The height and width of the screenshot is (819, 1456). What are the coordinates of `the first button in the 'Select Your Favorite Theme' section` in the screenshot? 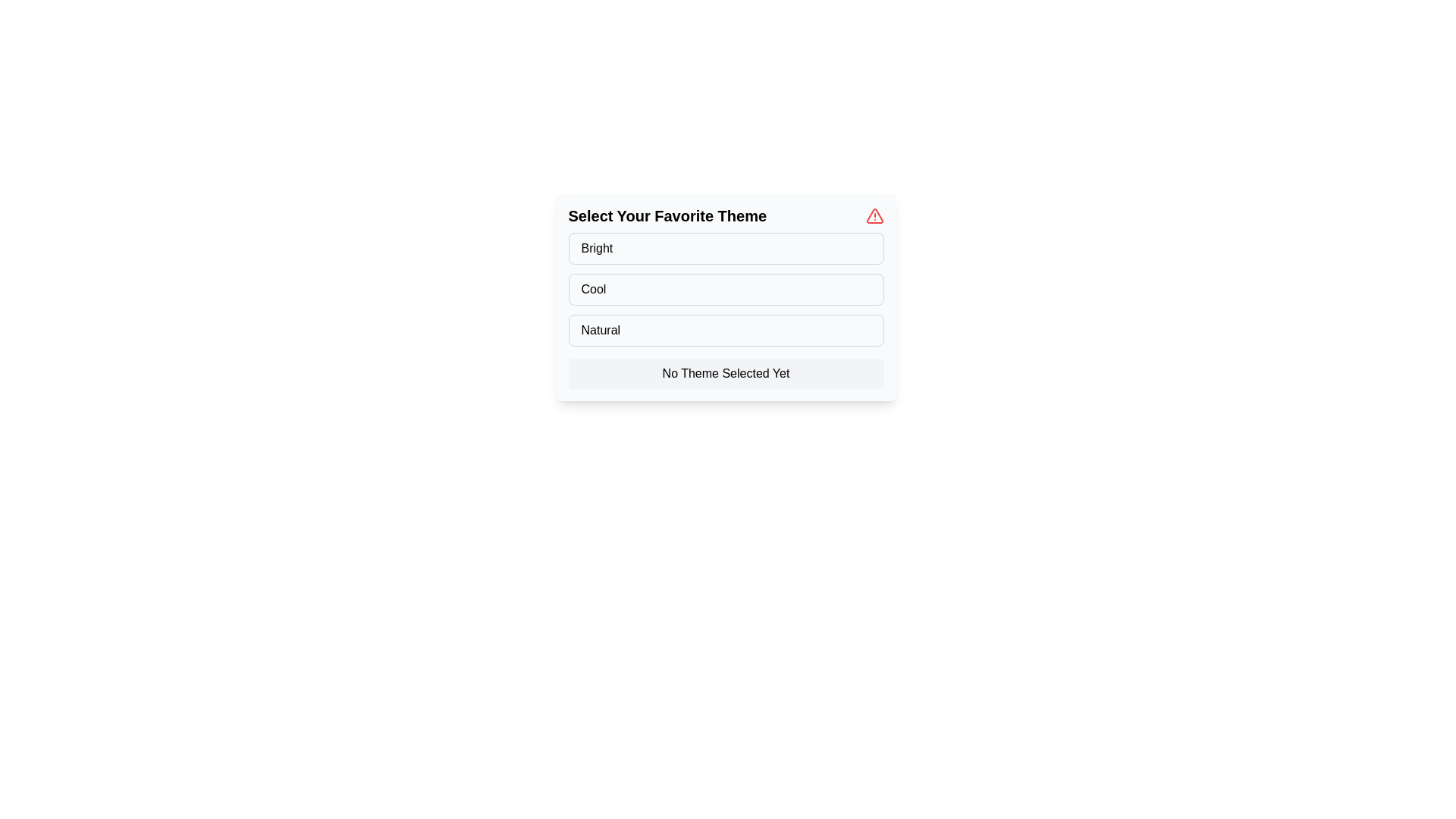 It's located at (725, 247).